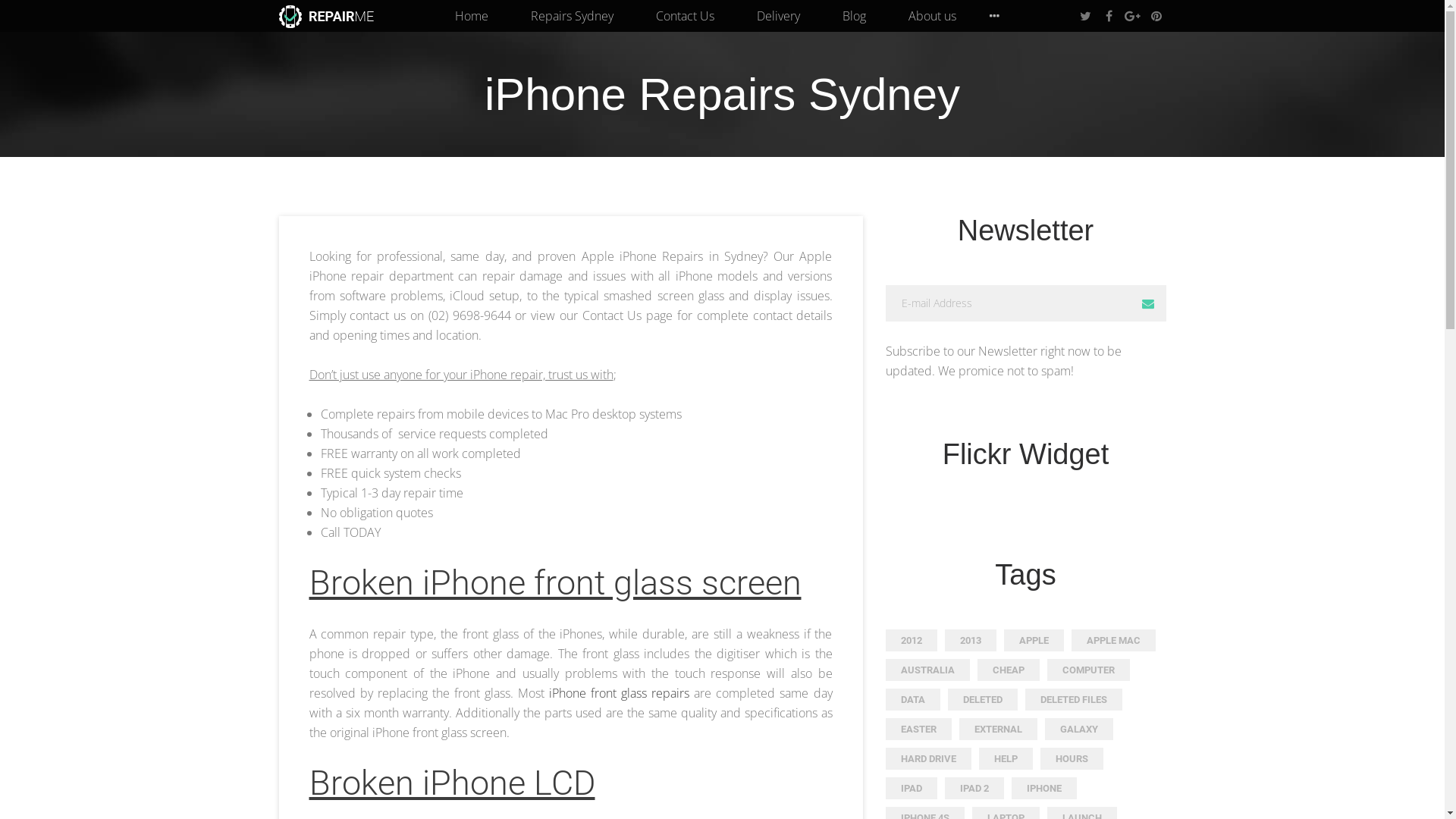  I want to click on 'COMPUTER', so click(1087, 669).